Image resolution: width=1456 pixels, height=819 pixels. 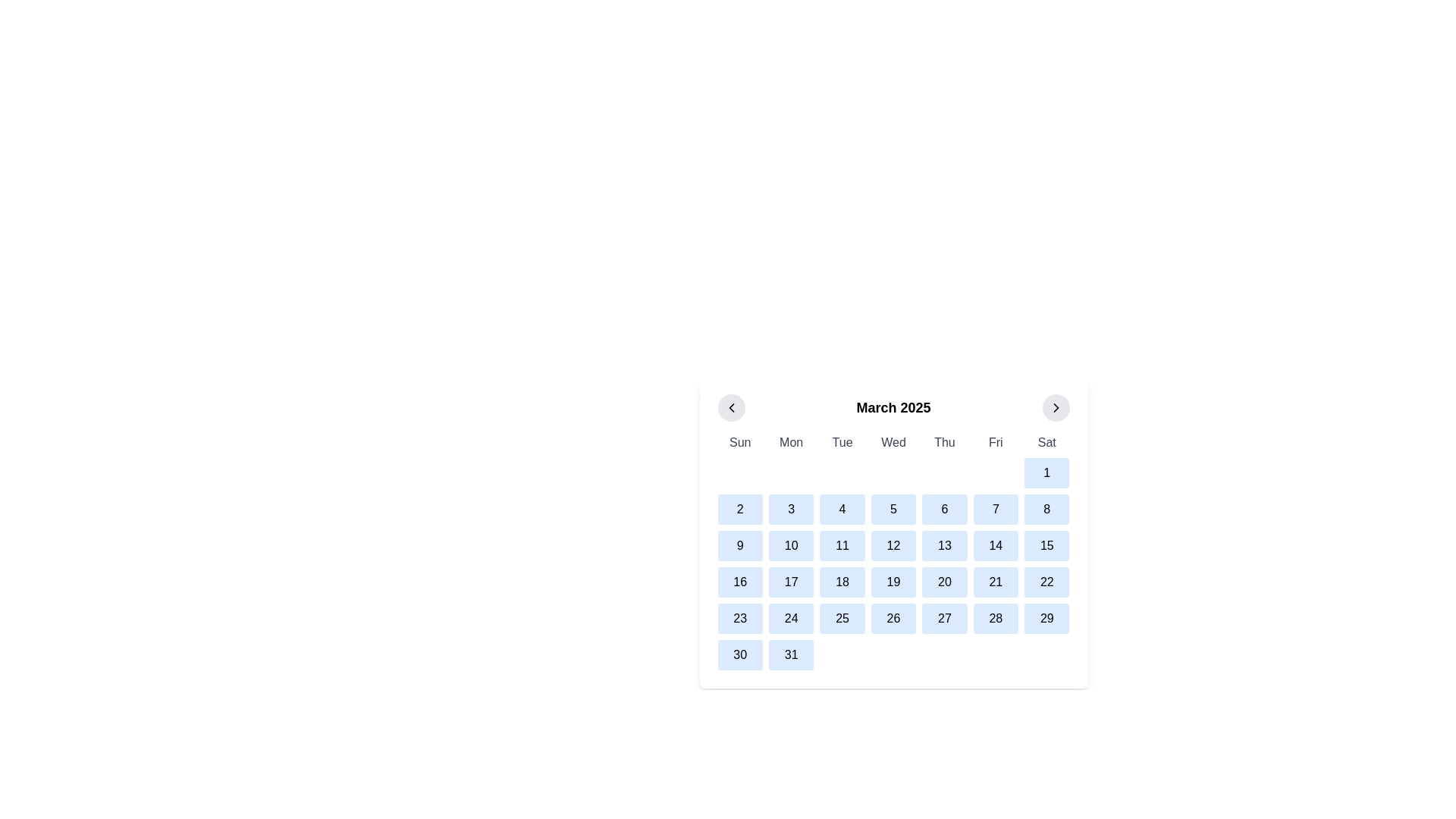 What do you see at coordinates (740, 654) in the screenshot?
I see `the button representing the date '30' on the calendar` at bounding box center [740, 654].